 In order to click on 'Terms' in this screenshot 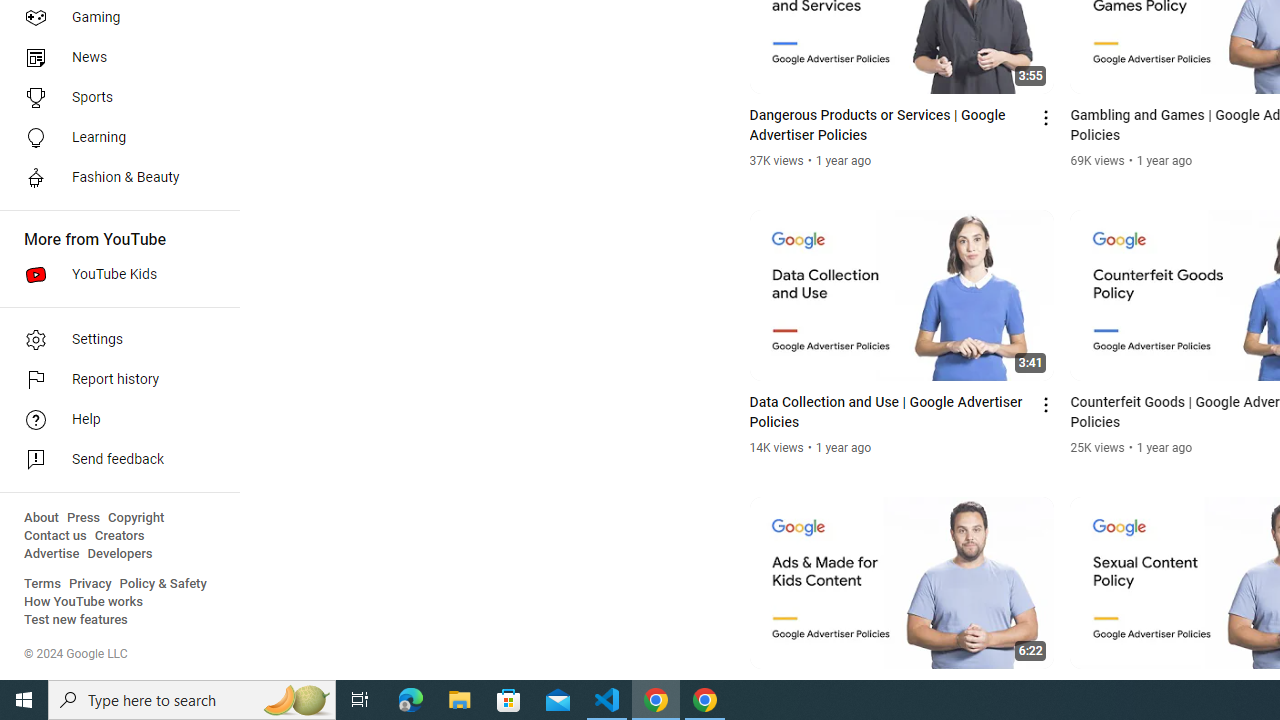, I will do `click(42, 584)`.